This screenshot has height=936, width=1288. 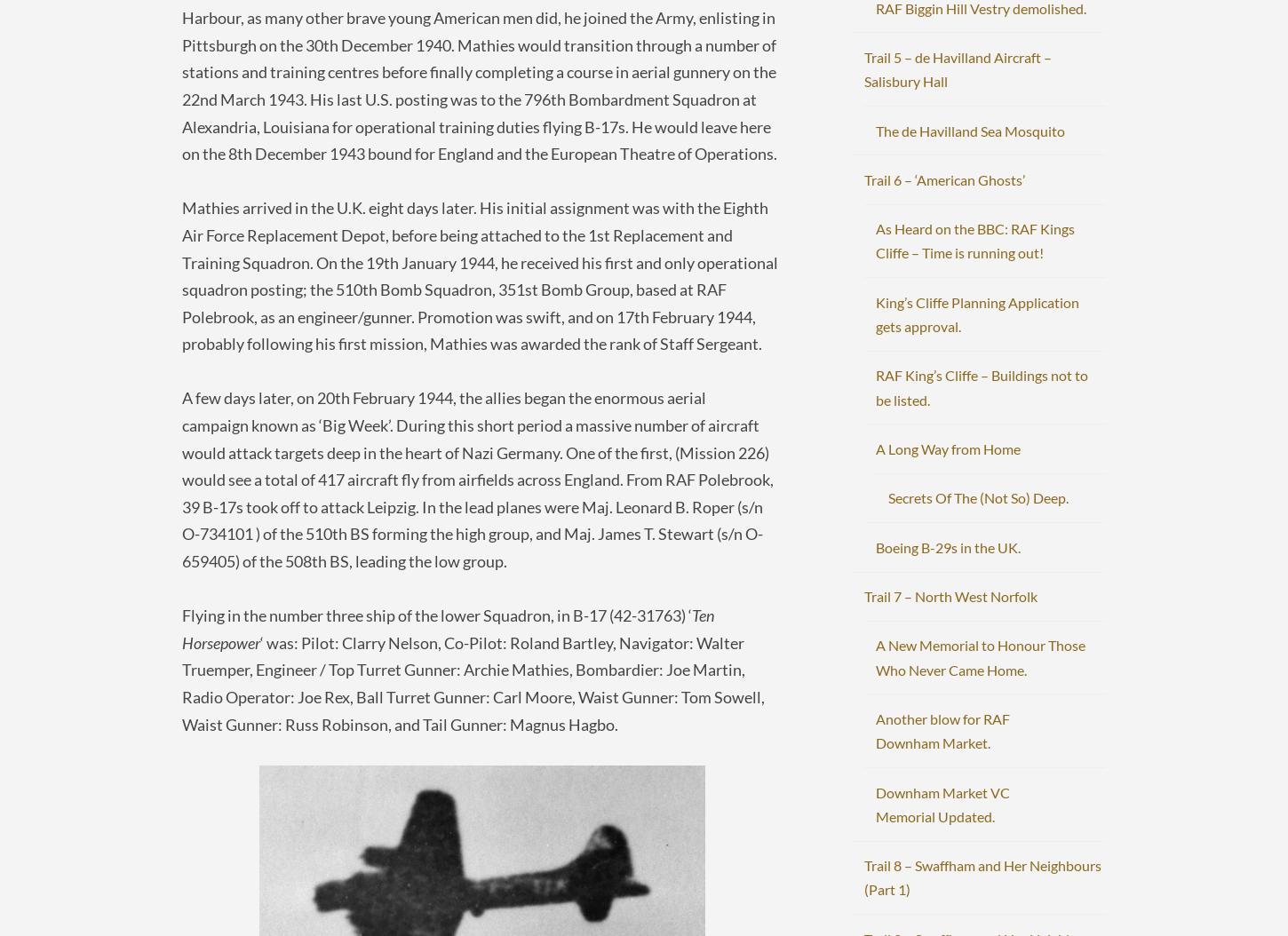 What do you see at coordinates (448, 627) in the screenshot?
I see `'Ten Horsepower'` at bounding box center [448, 627].